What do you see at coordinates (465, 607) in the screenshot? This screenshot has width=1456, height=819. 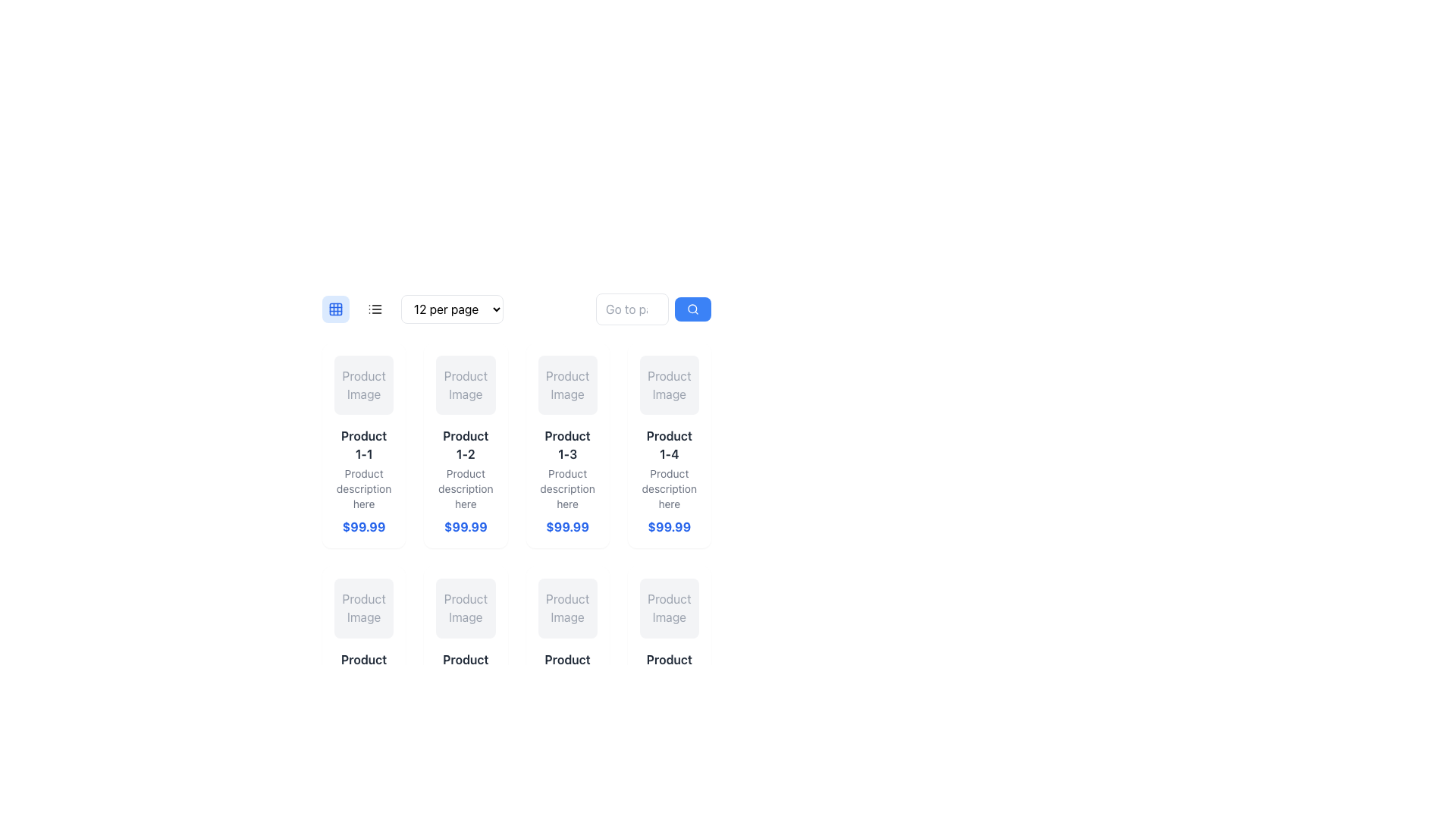 I see `the rectangular Placeholder component with a light gray background and rounded corners that contains the text 'Product Image'` at bounding box center [465, 607].